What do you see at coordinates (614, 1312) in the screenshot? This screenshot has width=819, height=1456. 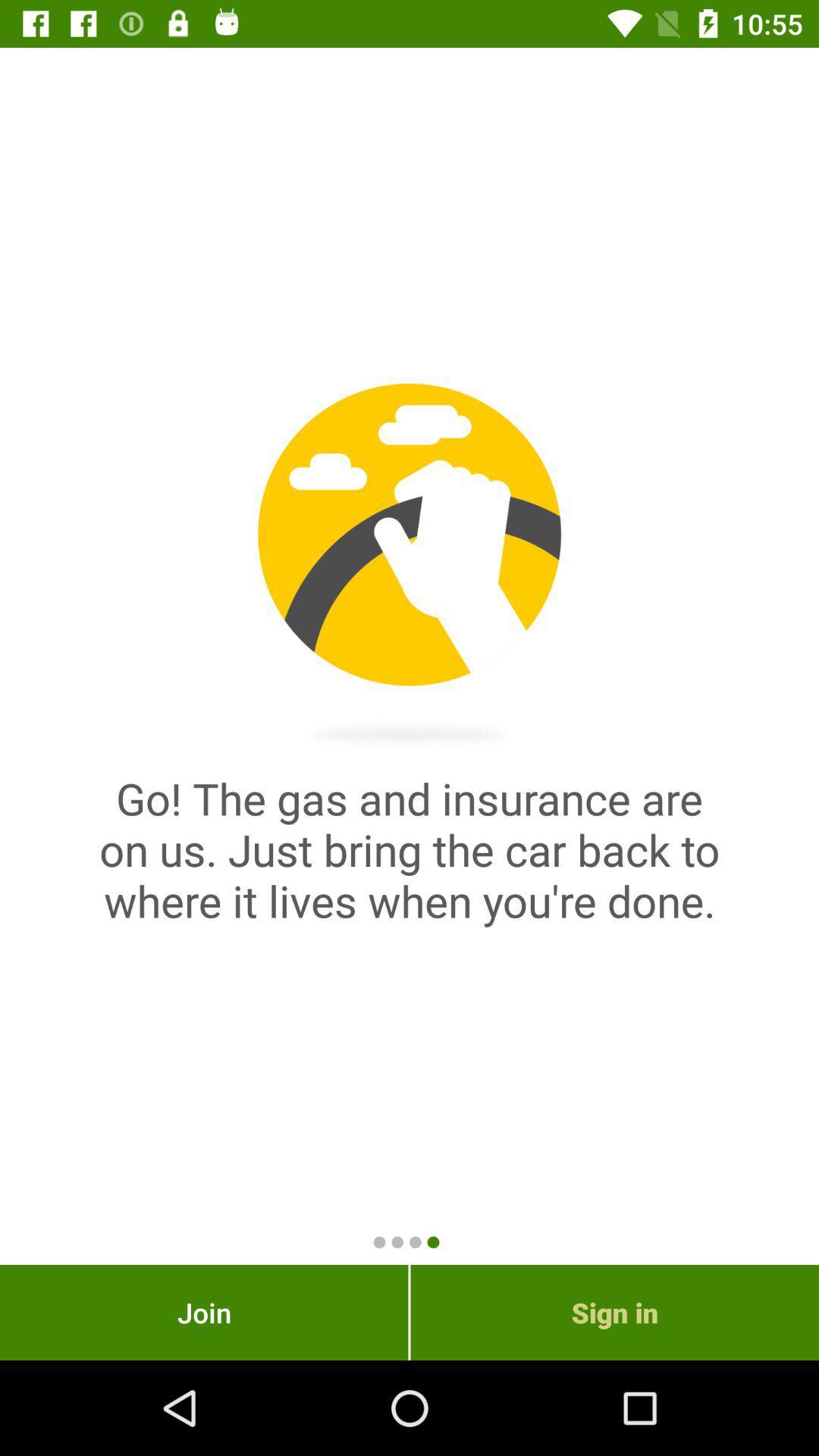 I see `icon to the right of join` at bounding box center [614, 1312].